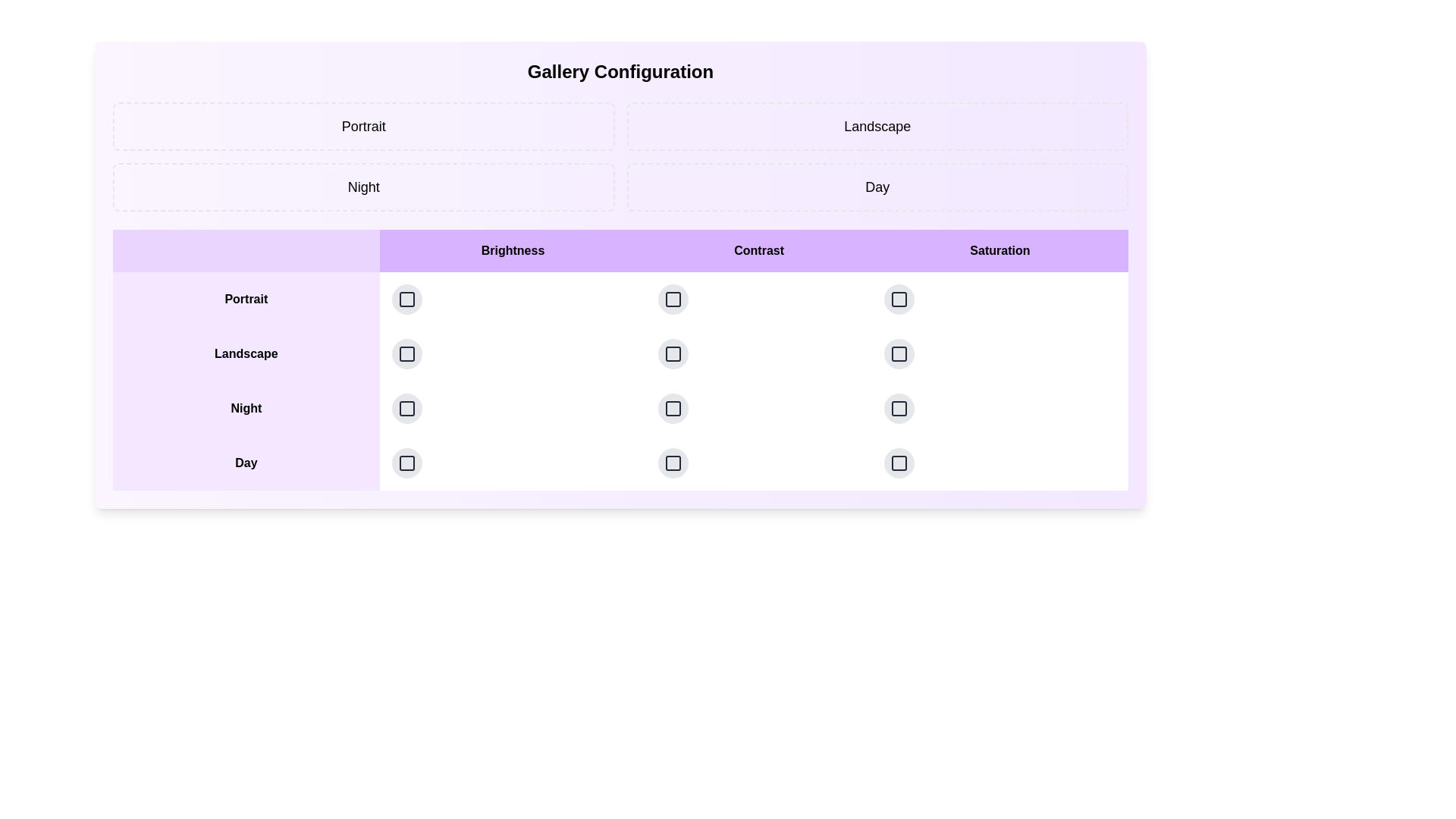 The width and height of the screenshot is (1456, 819). I want to click on the Interactive Icon for the 'Night' configuration under the 'Contrast' category, so click(673, 408).